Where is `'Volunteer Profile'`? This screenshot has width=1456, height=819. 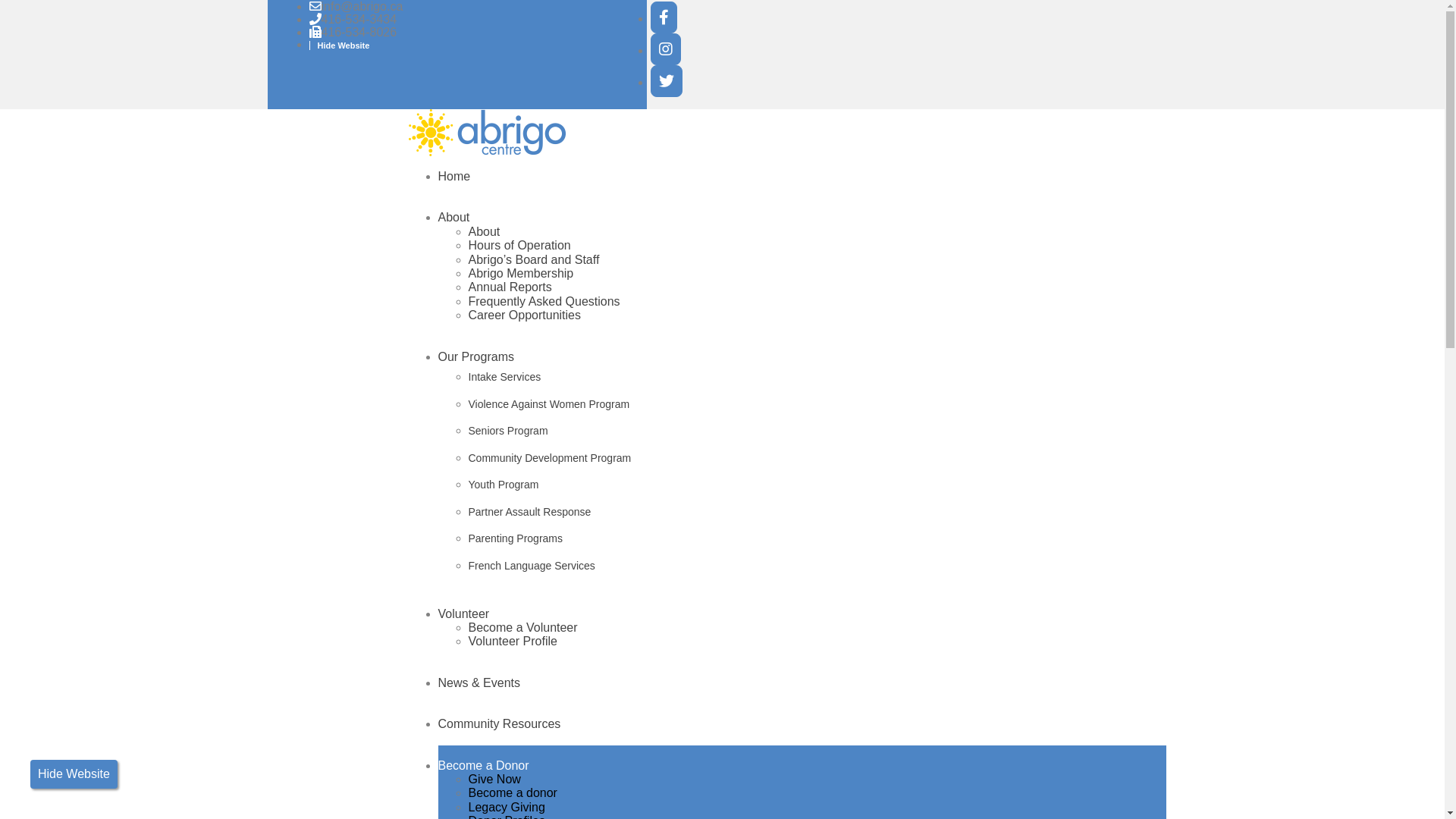 'Volunteer Profile' is located at coordinates (513, 641).